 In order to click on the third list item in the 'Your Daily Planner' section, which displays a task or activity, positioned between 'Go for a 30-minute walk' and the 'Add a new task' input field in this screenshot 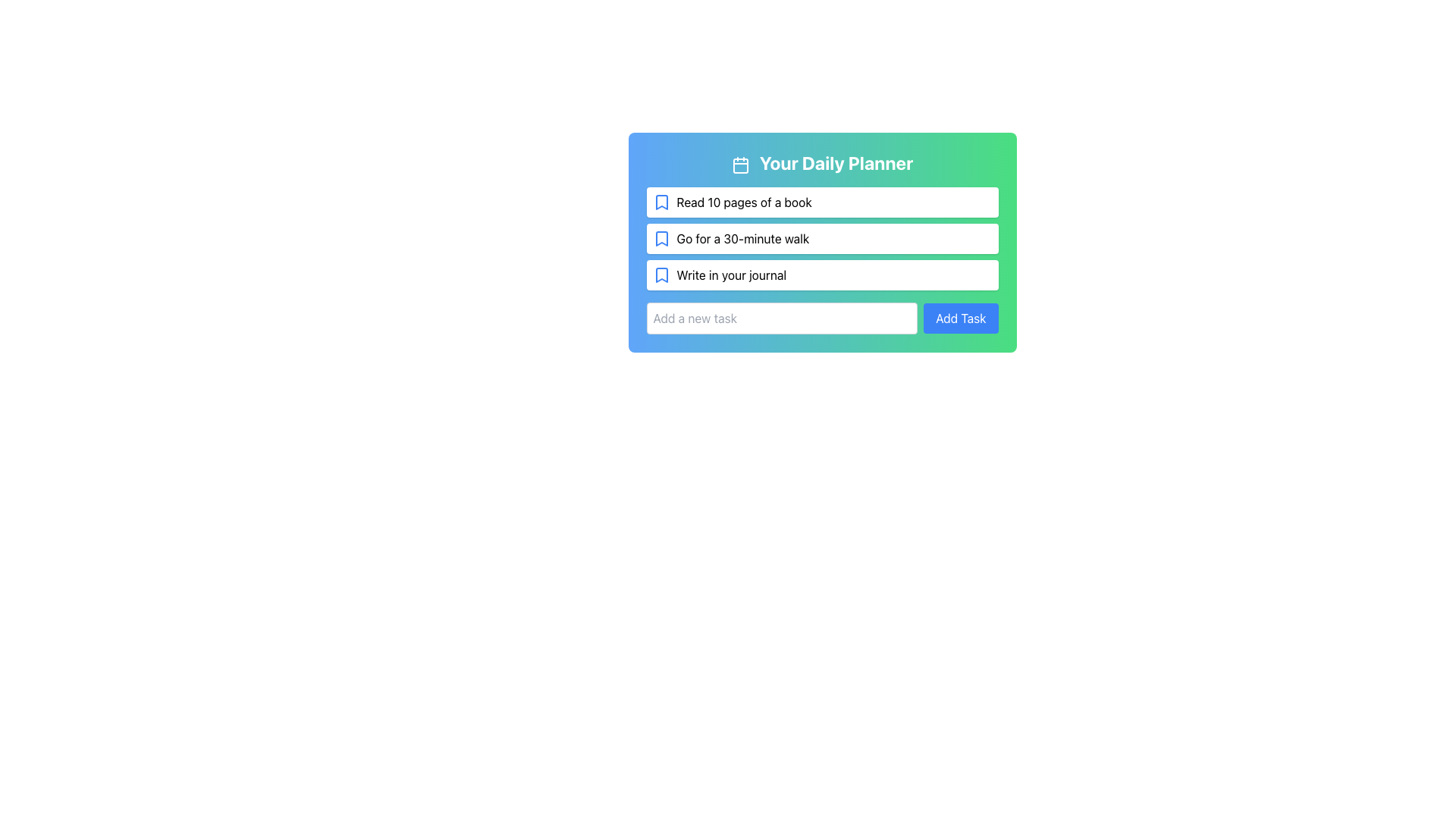, I will do `click(821, 275)`.